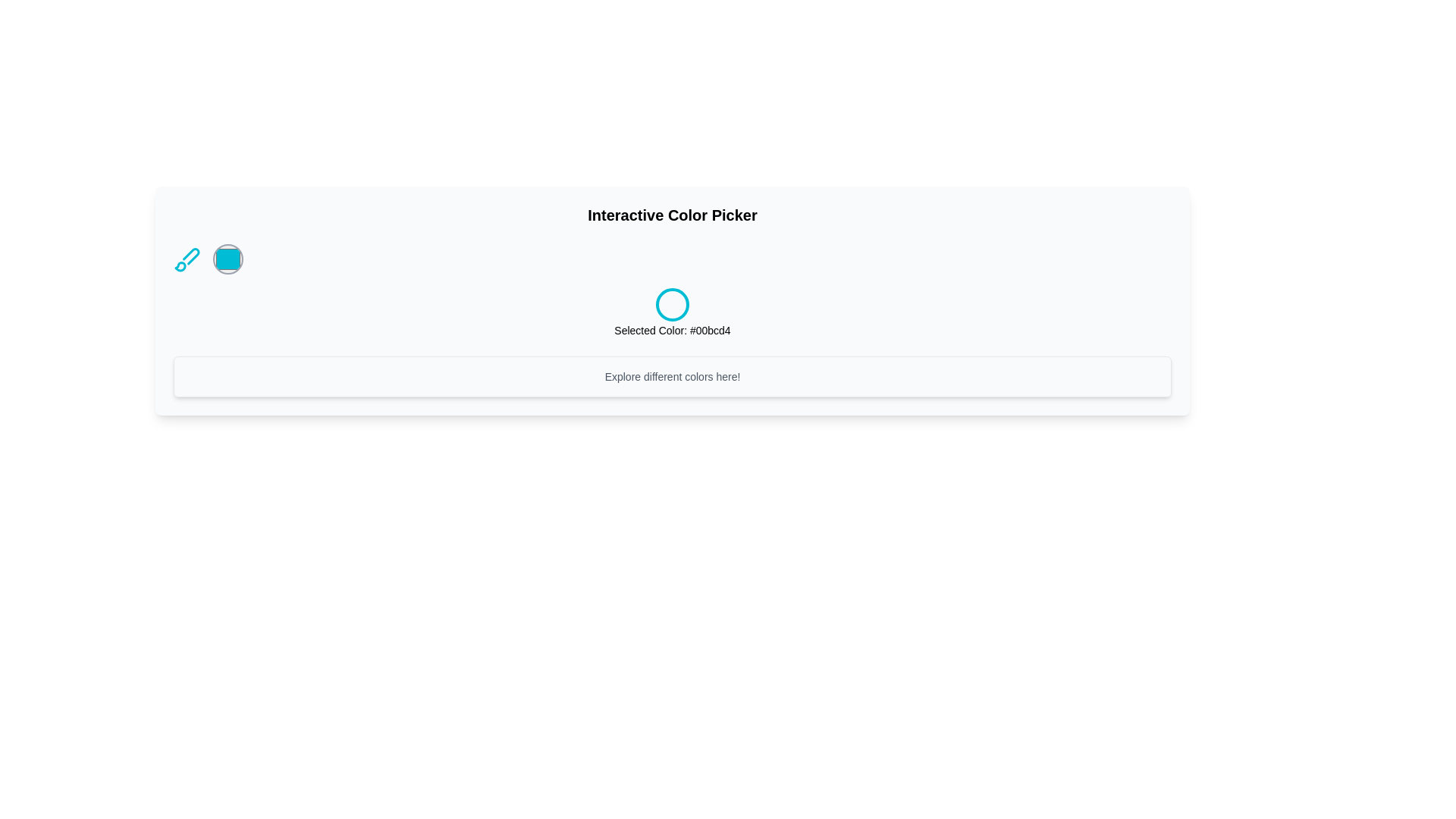  What do you see at coordinates (672, 312) in the screenshot?
I see `text from the informational display element that shows the currently selected color, which is represented by a light blue circle and a color code text, located centrally below the toolbar area` at bounding box center [672, 312].